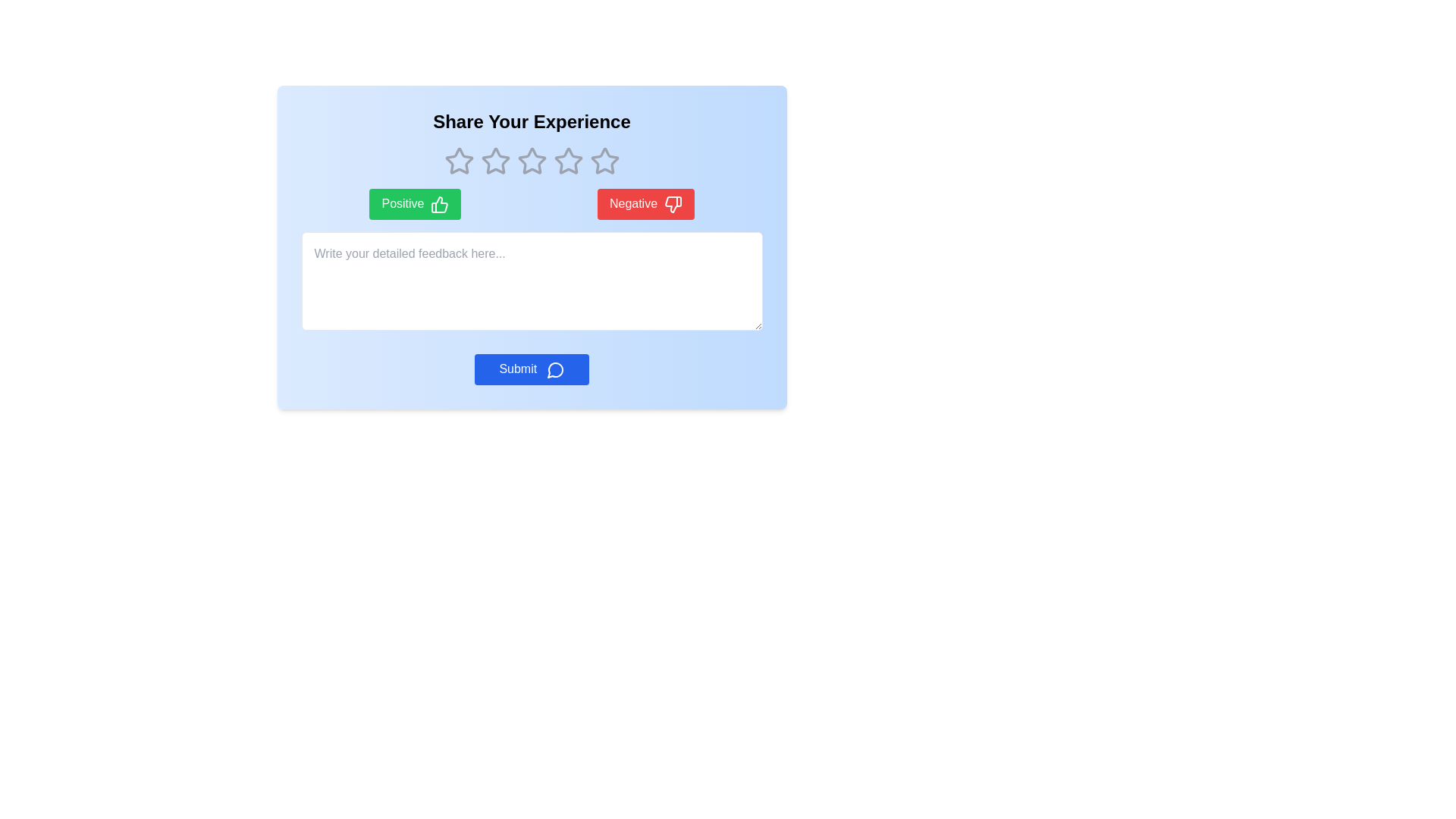  Describe the element at coordinates (439, 203) in the screenshot. I see `the thumbs-up icon within the green 'Positive' button` at that location.